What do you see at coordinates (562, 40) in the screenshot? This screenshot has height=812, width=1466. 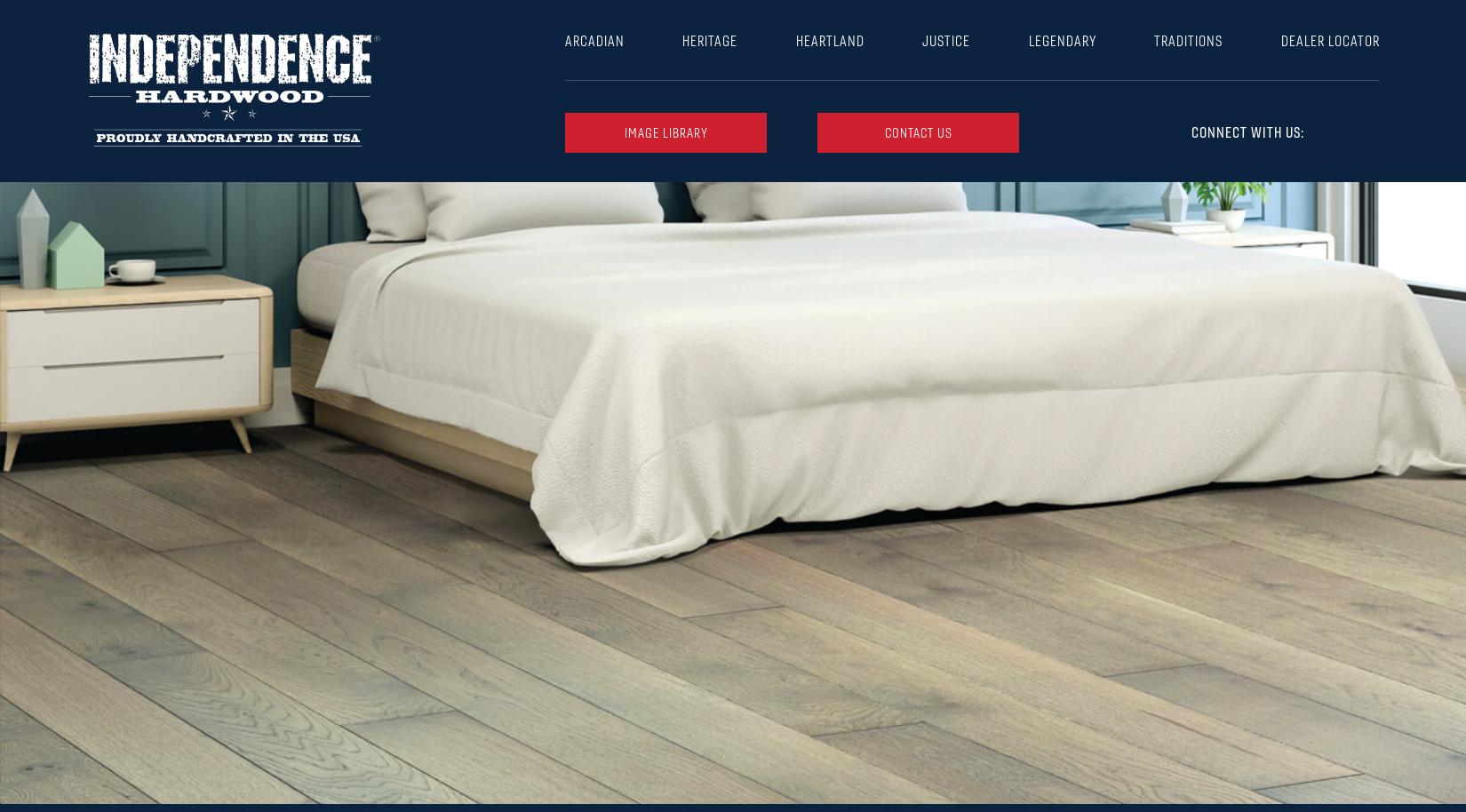 I see `'Arcadian'` at bounding box center [562, 40].